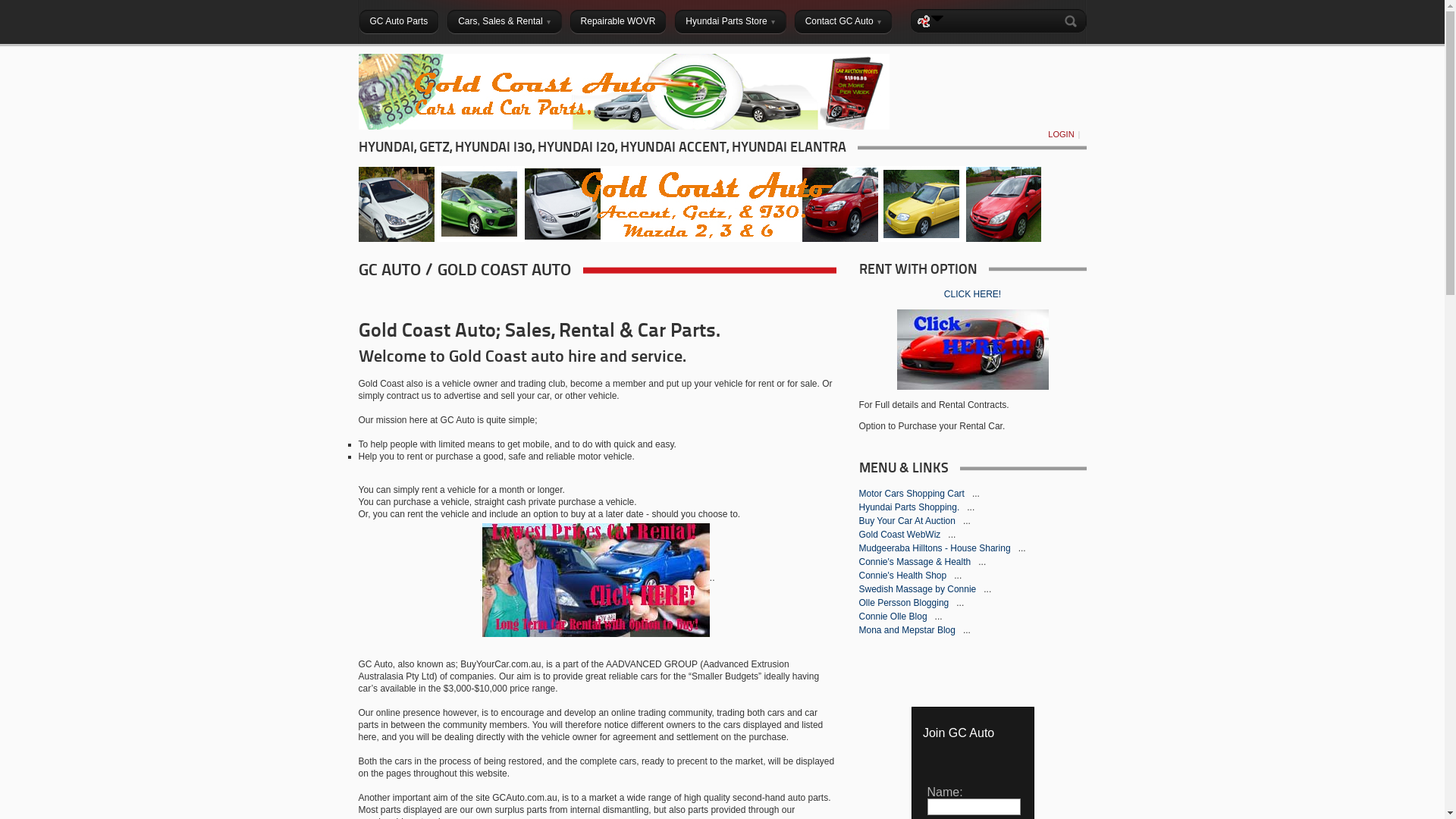  Describe the element at coordinates (915, 561) in the screenshot. I see `'Connie's Massage & Health'` at that location.